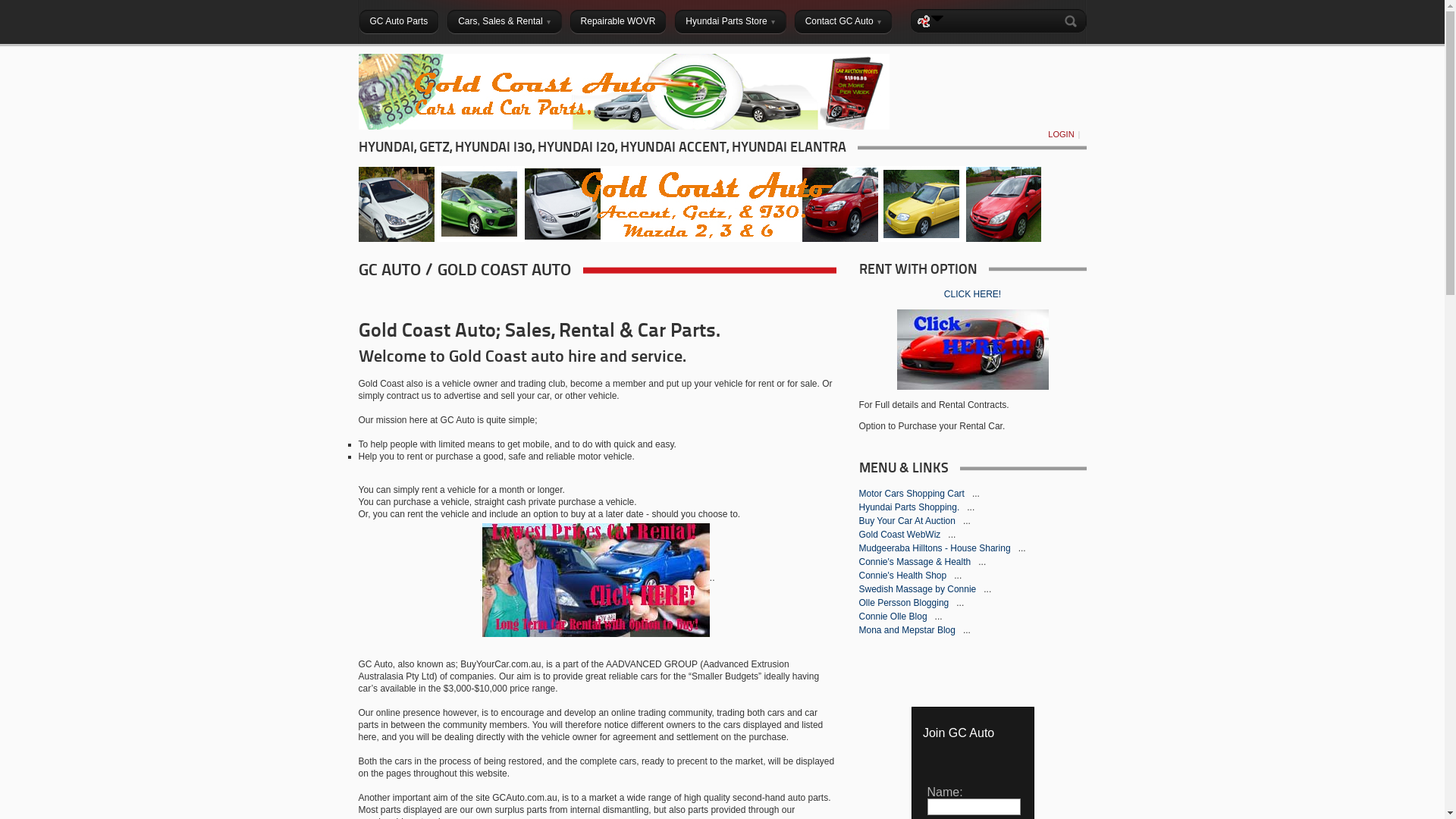  Describe the element at coordinates (915, 561) in the screenshot. I see `'Connie's Massage & Health'` at that location.